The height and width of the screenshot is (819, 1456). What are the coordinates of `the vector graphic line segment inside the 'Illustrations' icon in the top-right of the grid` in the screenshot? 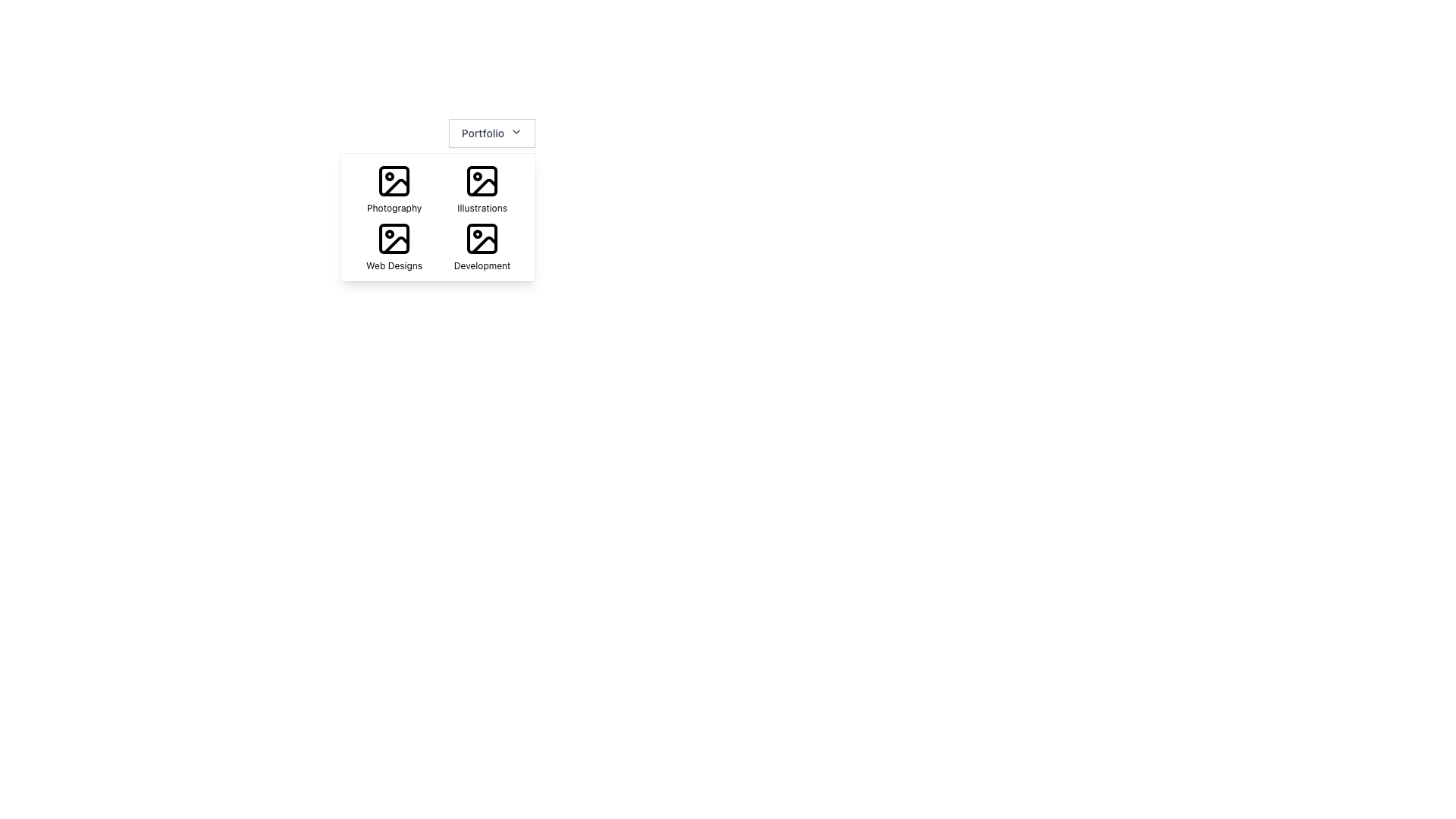 It's located at (484, 187).